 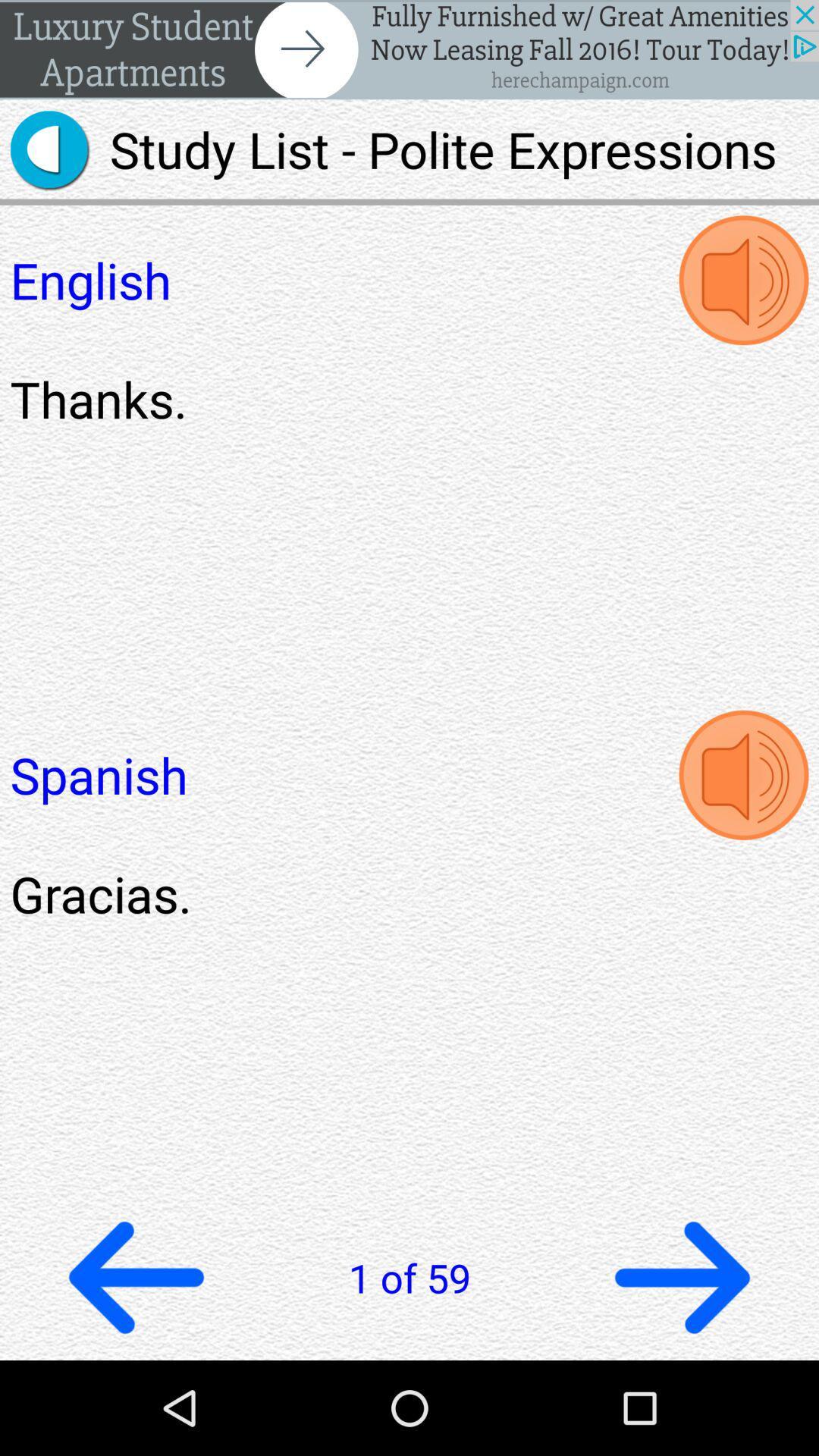 What do you see at coordinates (136, 1367) in the screenshot?
I see `the arrow_backward icon` at bounding box center [136, 1367].